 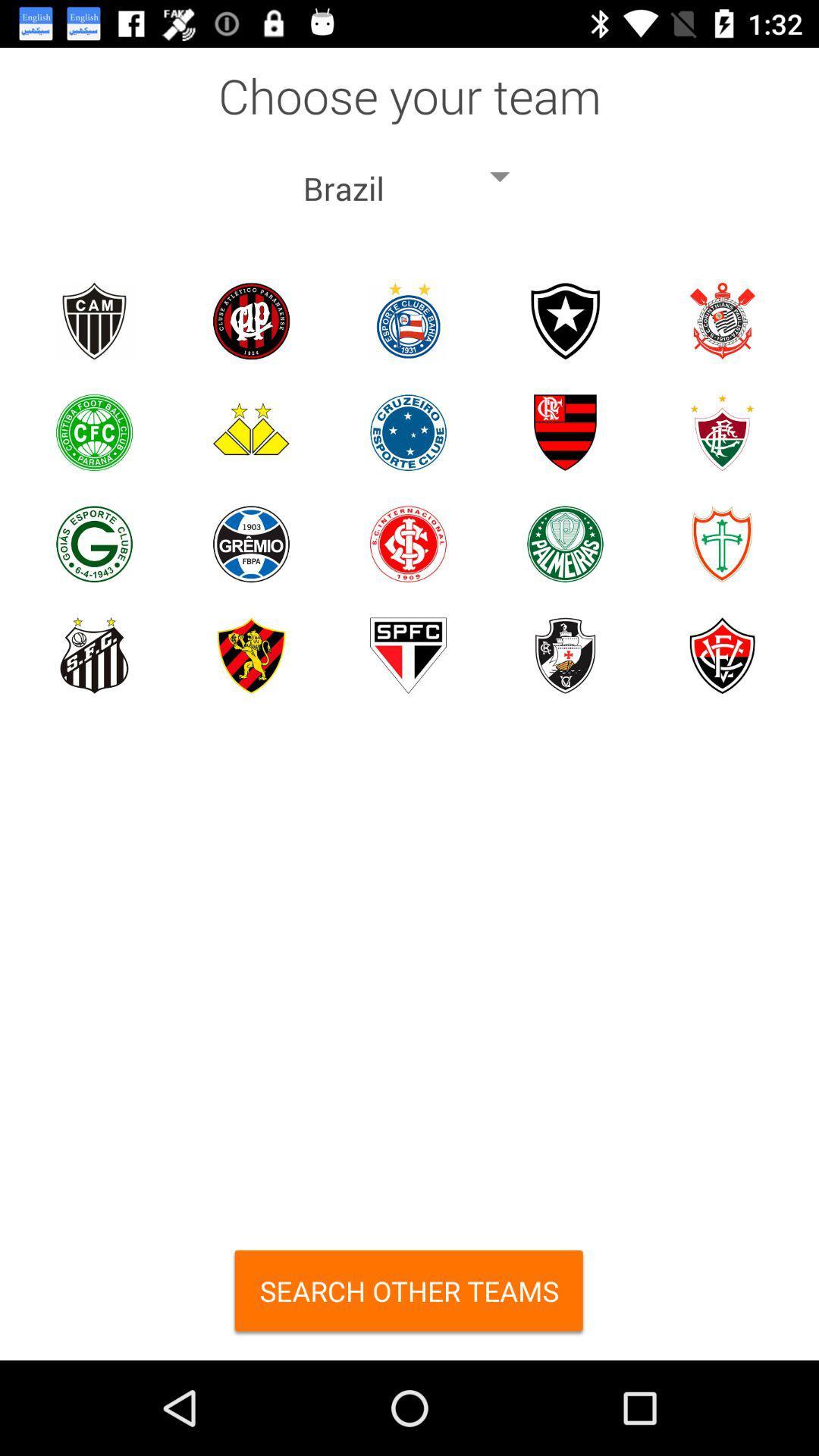 I want to click on chose option, so click(x=250, y=320).